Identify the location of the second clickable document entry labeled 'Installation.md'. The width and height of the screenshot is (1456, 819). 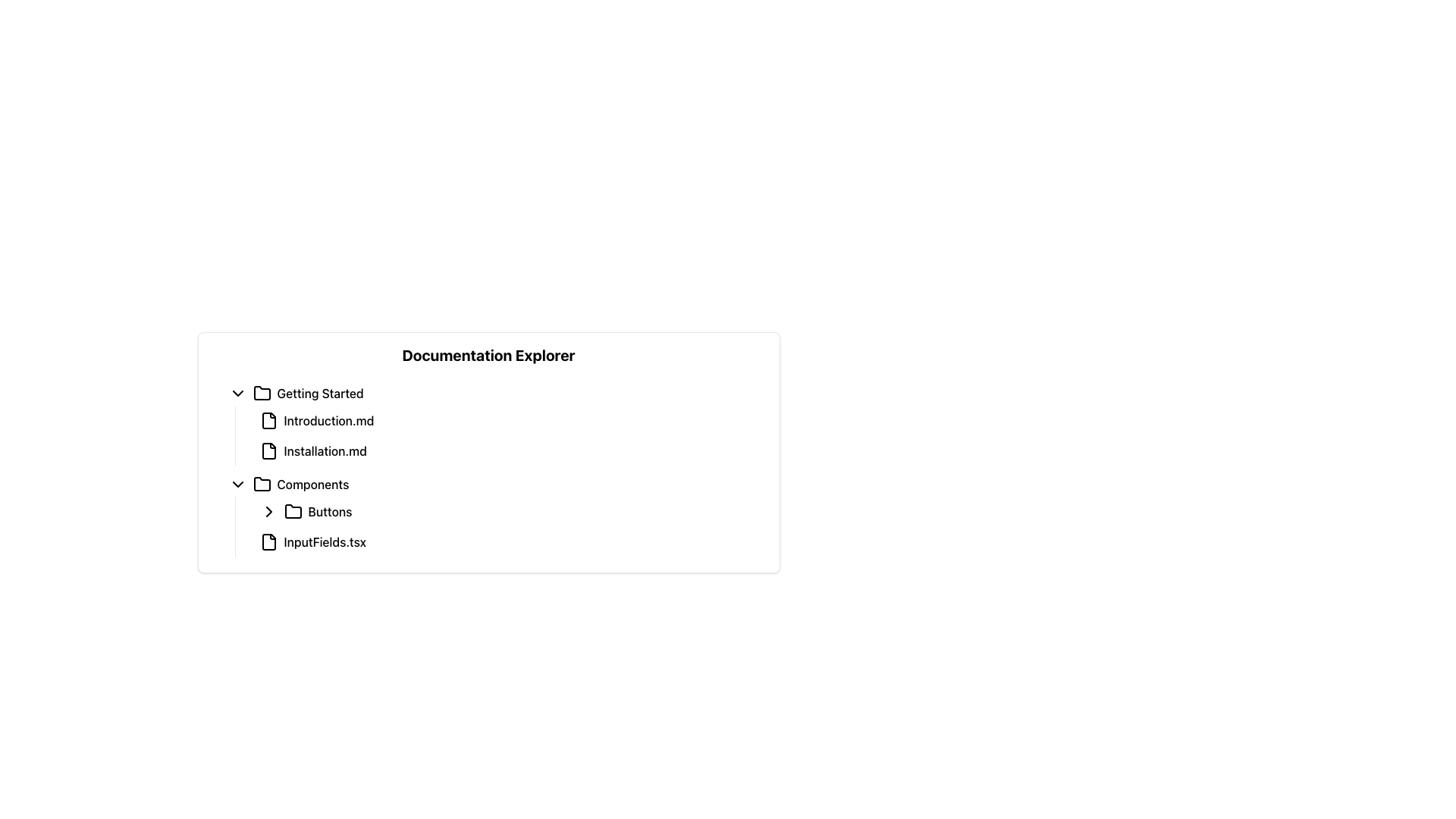
(510, 450).